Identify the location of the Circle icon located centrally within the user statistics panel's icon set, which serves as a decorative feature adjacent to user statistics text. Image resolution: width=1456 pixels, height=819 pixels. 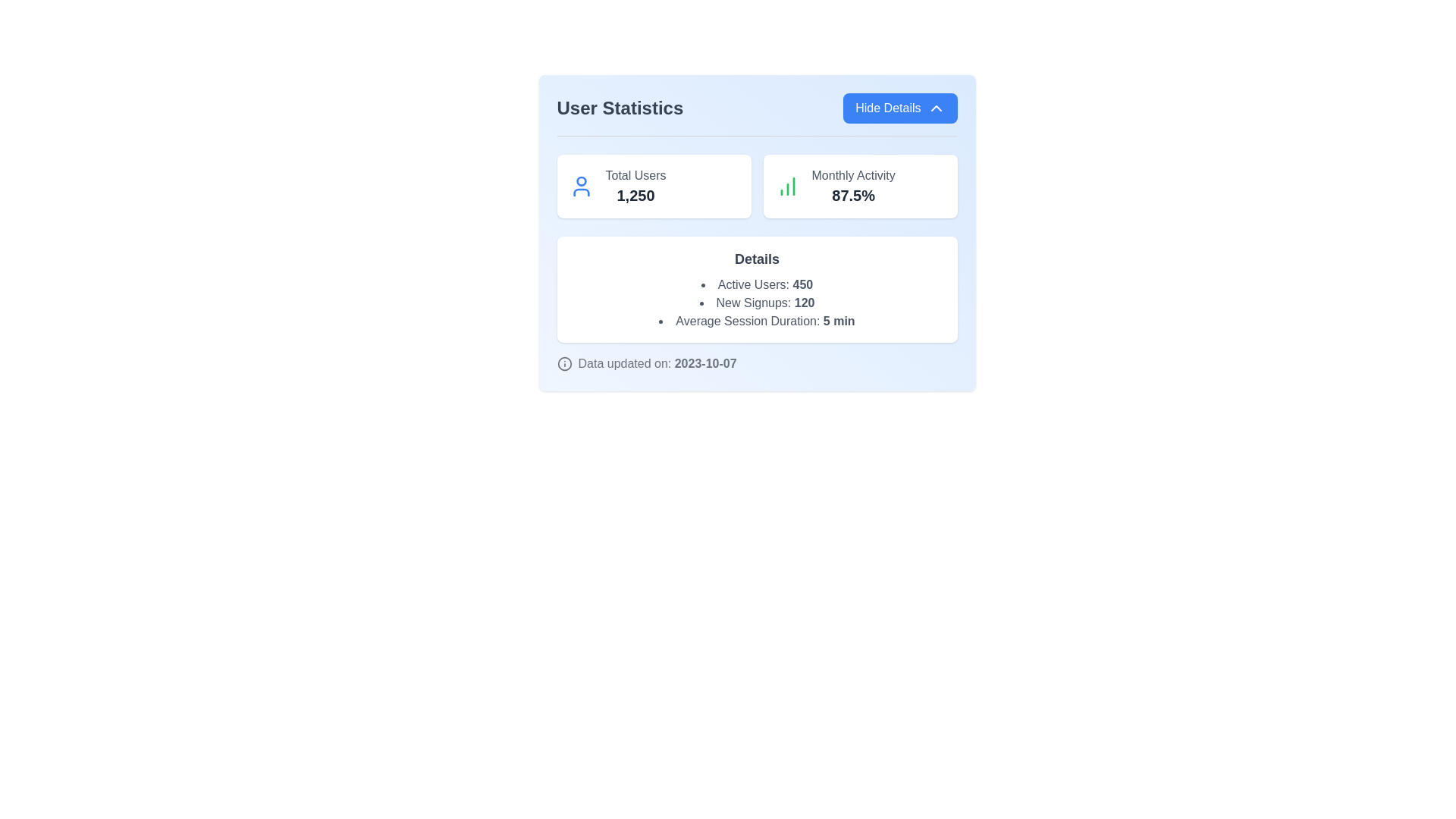
(563, 363).